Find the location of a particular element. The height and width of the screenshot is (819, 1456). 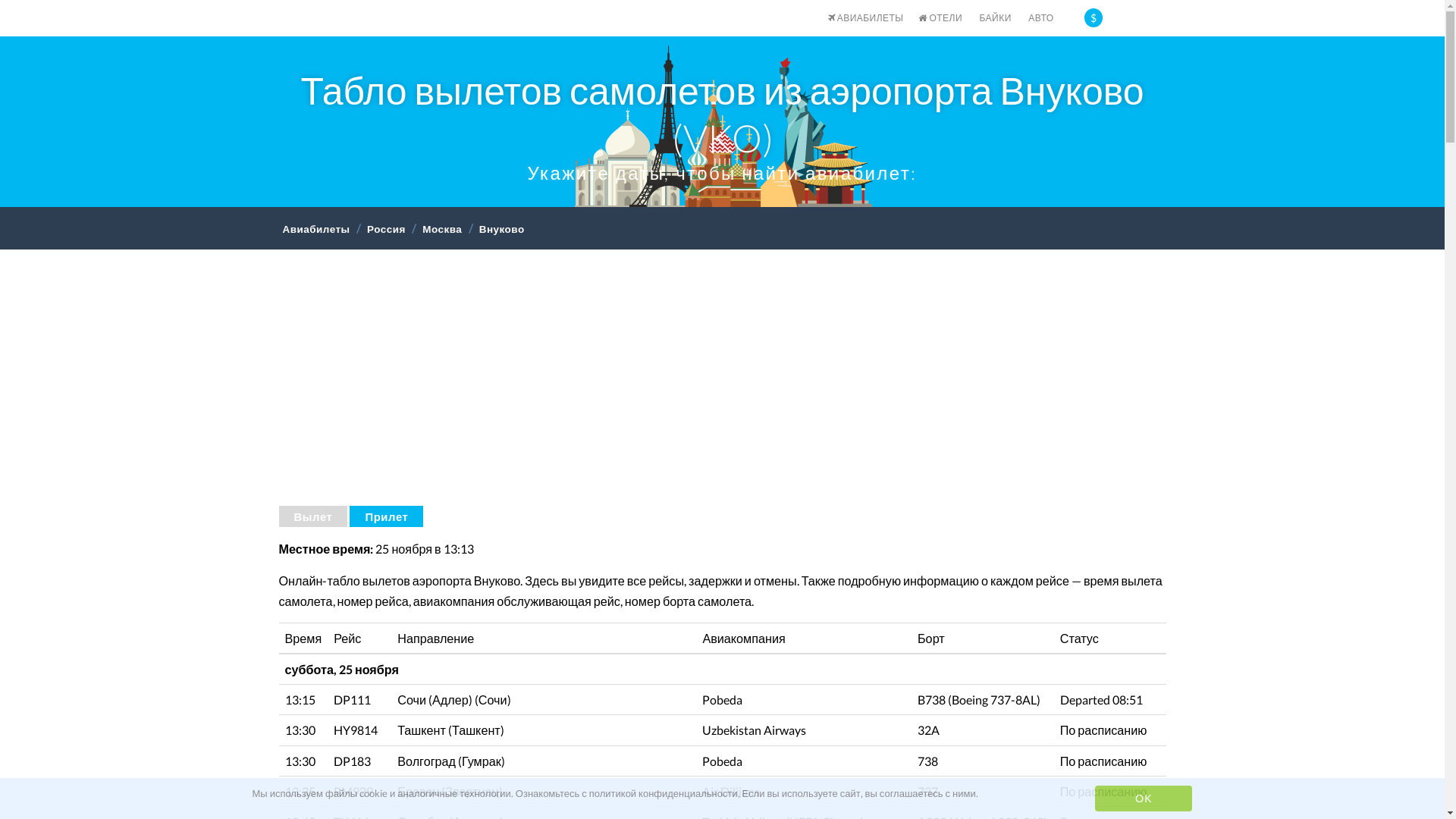

'OK' is located at coordinates (1144, 798).